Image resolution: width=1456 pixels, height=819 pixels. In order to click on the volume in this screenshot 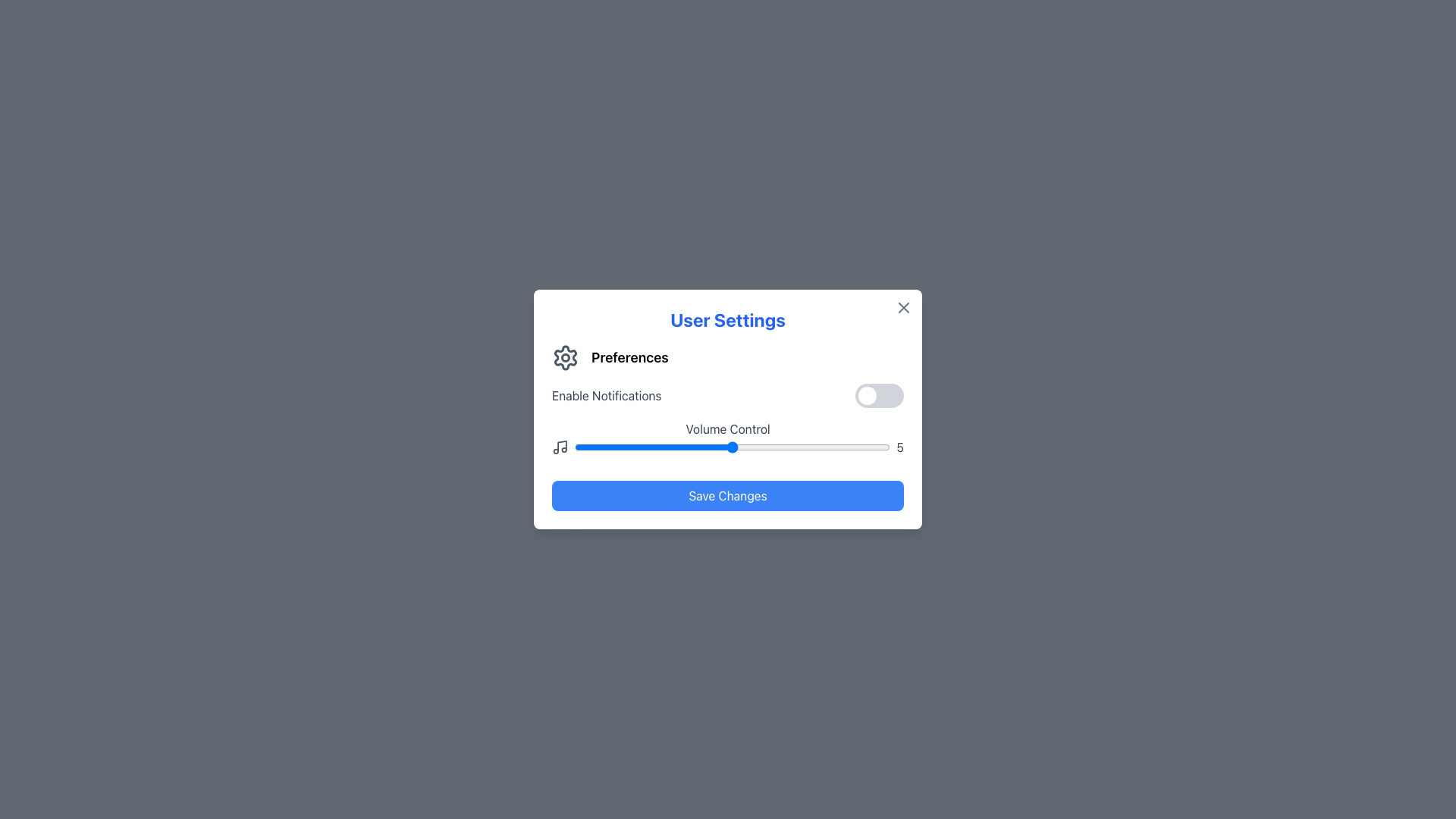, I will do `click(794, 447)`.